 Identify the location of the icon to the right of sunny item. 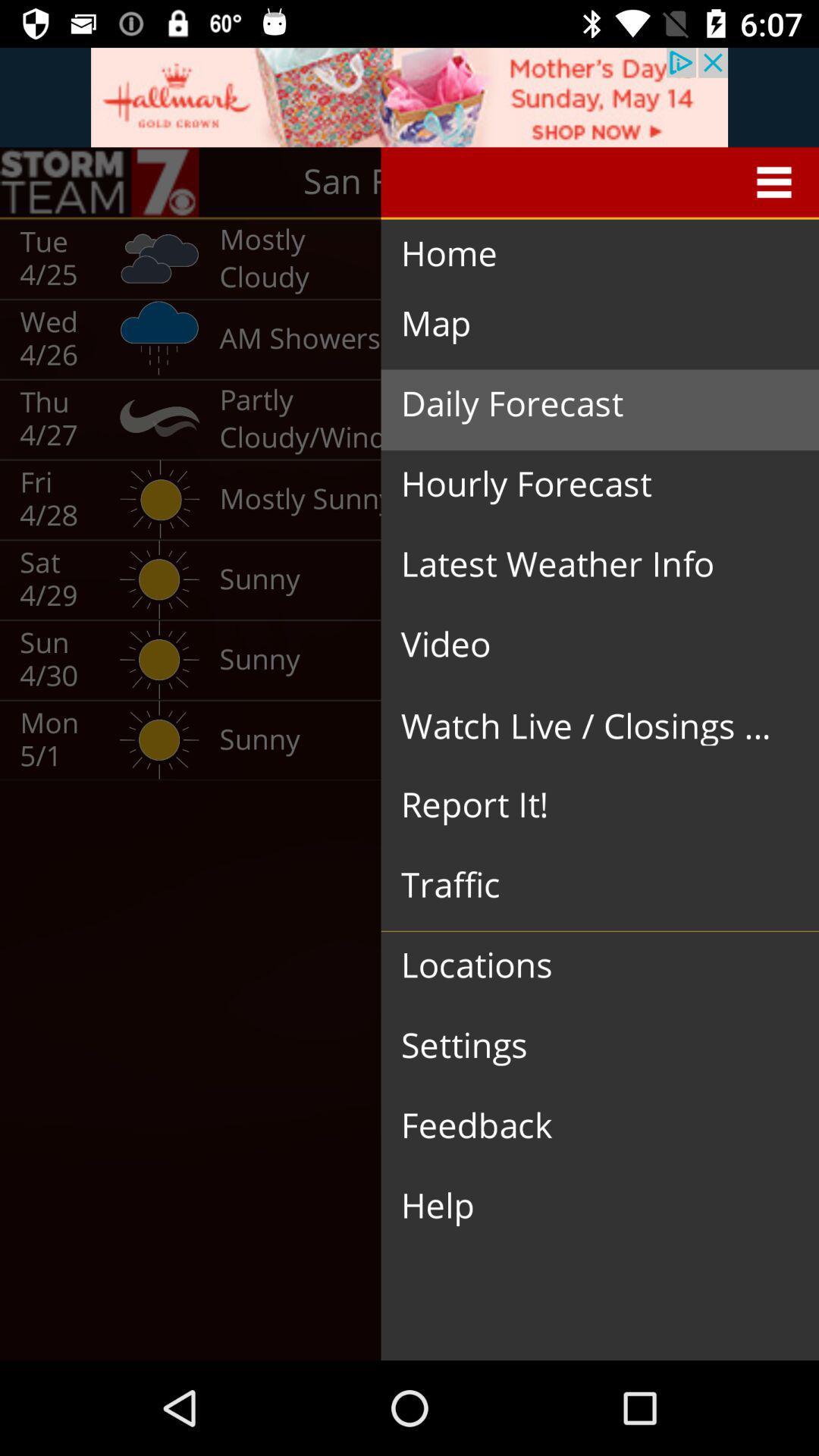
(587, 805).